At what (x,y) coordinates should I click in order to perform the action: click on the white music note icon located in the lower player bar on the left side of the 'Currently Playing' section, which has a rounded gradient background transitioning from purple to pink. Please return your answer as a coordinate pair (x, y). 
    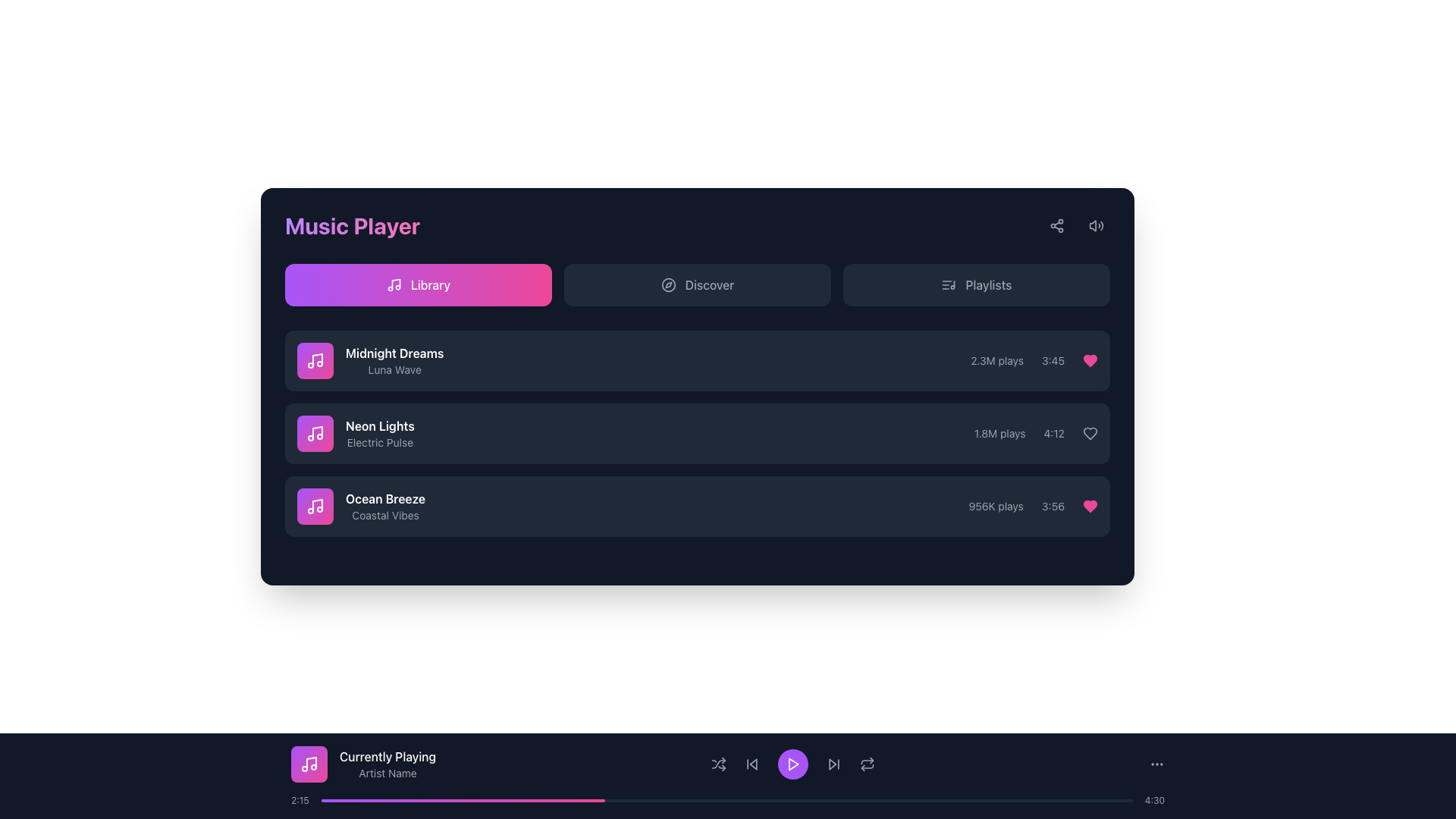
    Looking at the image, I should click on (309, 764).